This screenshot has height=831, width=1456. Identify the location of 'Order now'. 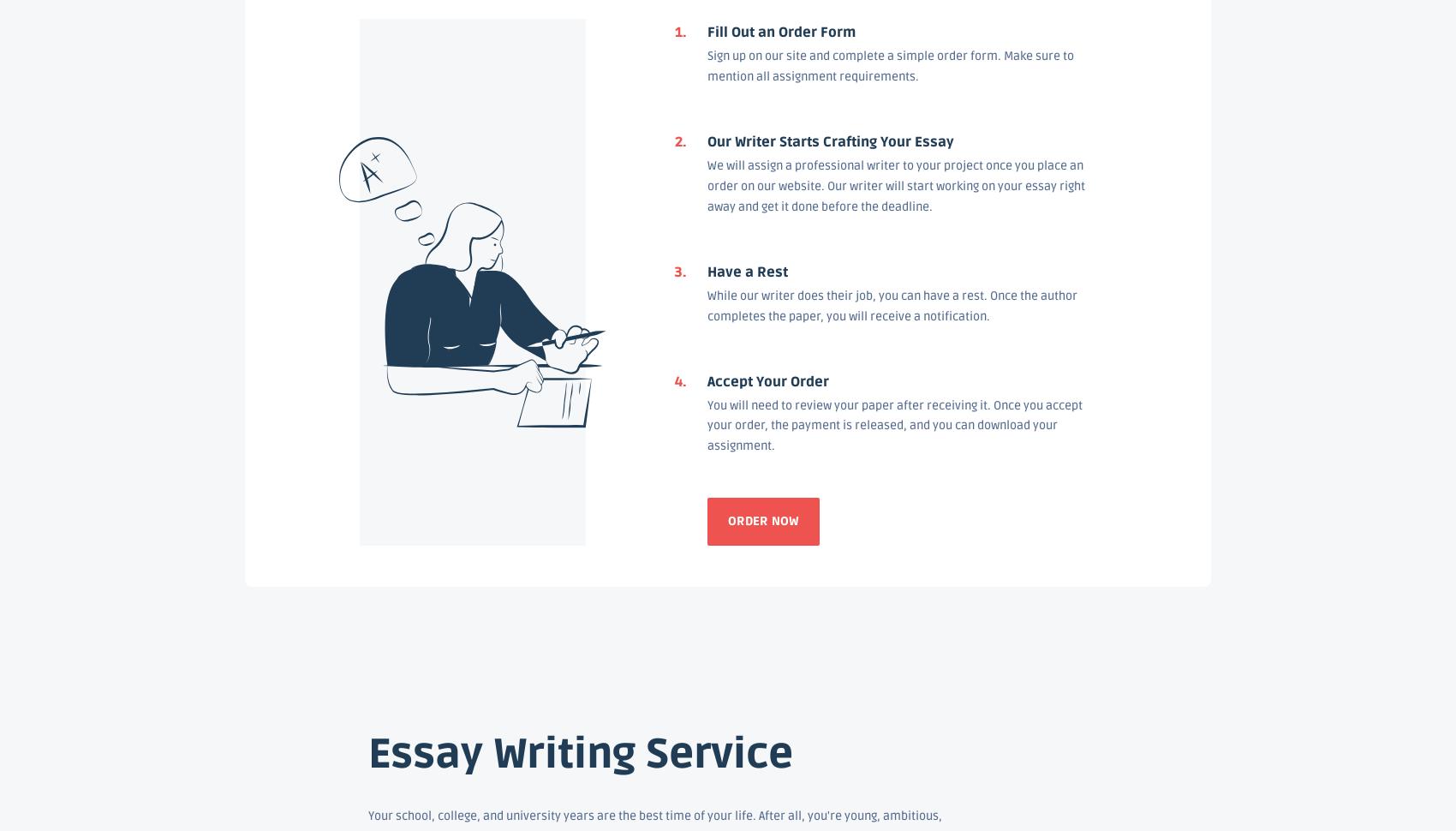
(762, 521).